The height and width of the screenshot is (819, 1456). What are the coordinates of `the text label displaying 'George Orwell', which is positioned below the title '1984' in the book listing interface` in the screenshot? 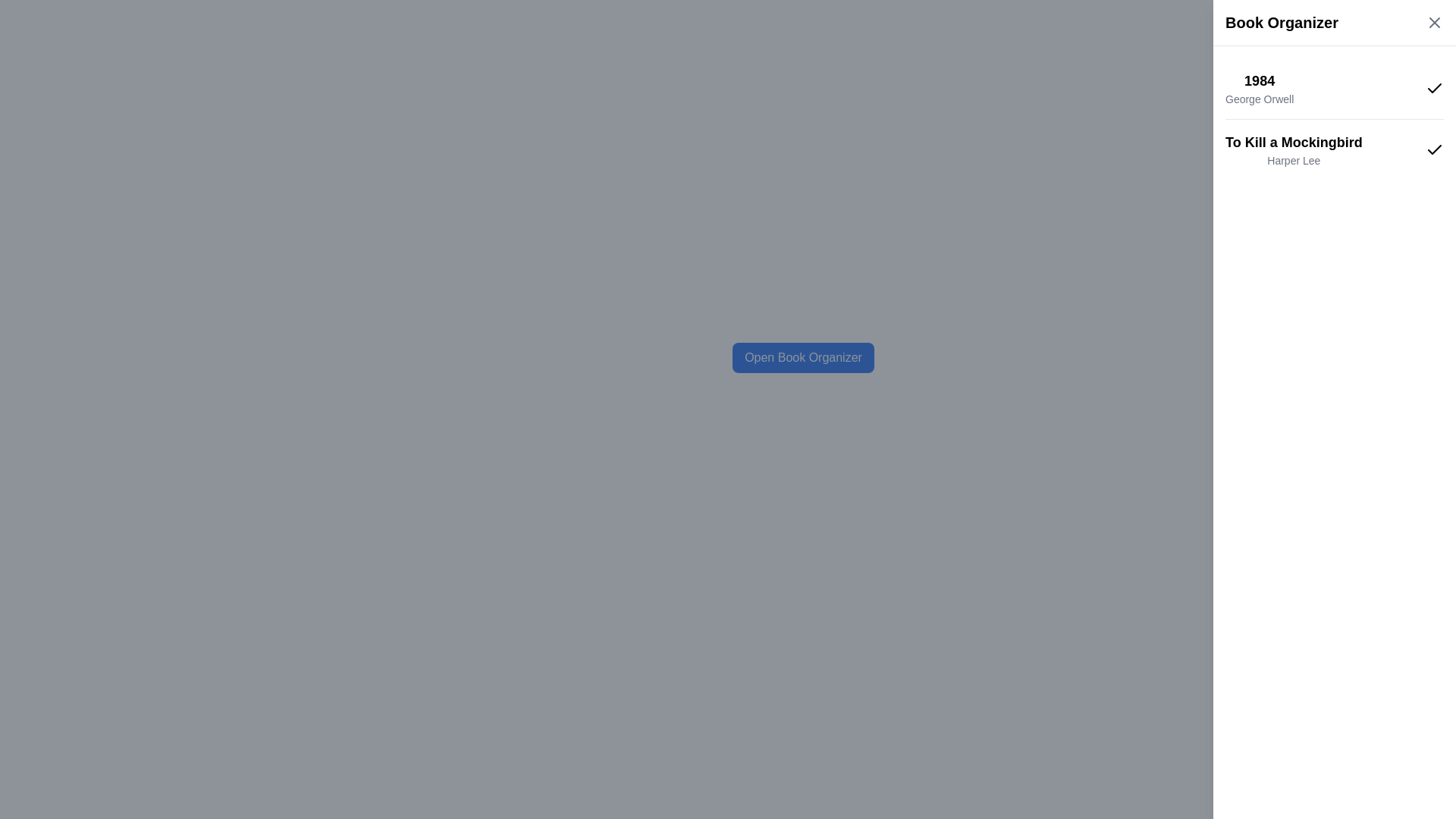 It's located at (1260, 99).